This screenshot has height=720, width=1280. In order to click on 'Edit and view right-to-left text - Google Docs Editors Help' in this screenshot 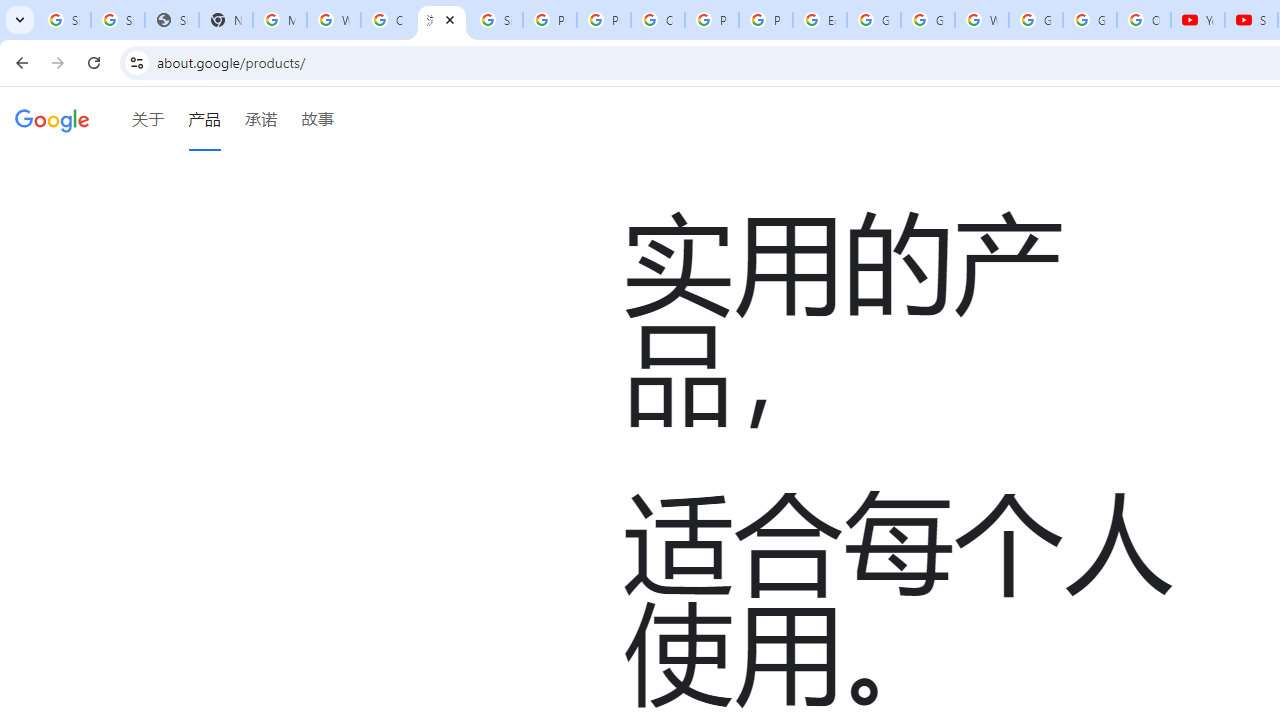, I will do `click(819, 20)`.